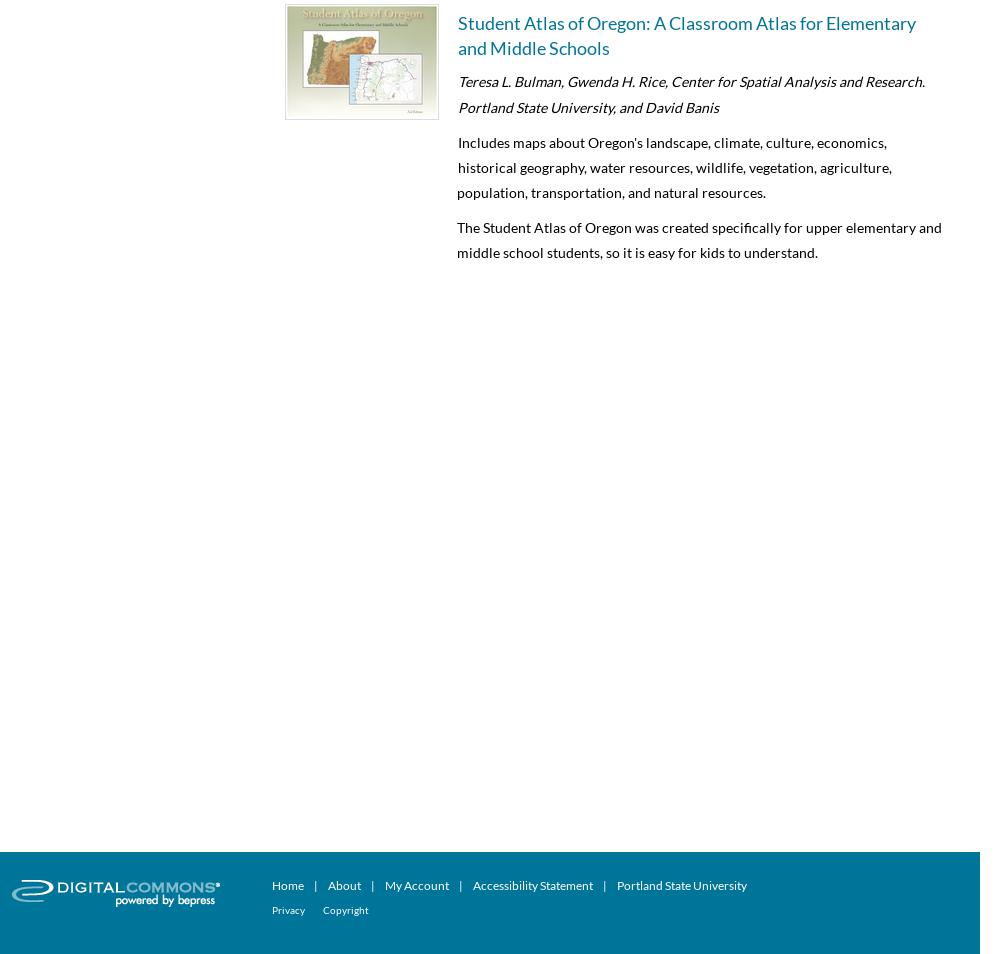 The width and height of the screenshot is (996, 954). What do you see at coordinates (699, 240) in the screenshot?
I see `'The Student Atlas of Oregon was created specifically for upper elementary and middle school students, so it is easy for kids to understand.'` at bounding box center [699, 240].